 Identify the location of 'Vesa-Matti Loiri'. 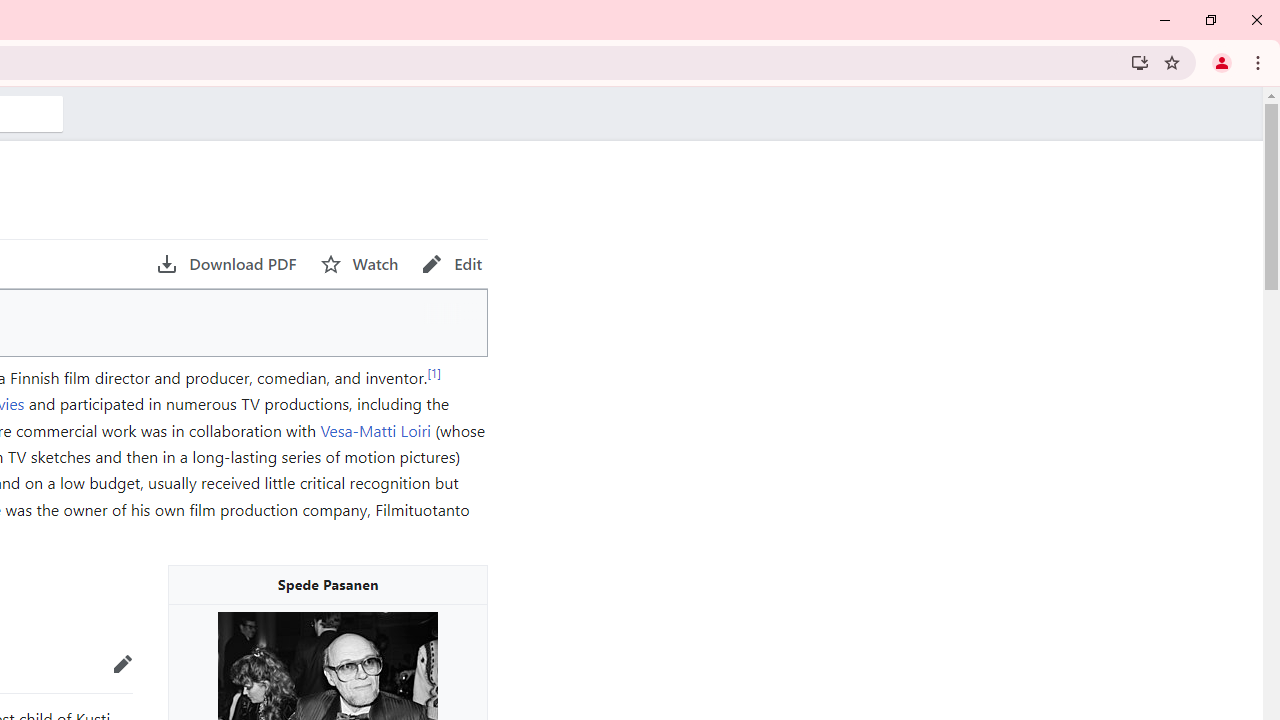
(375, 428).